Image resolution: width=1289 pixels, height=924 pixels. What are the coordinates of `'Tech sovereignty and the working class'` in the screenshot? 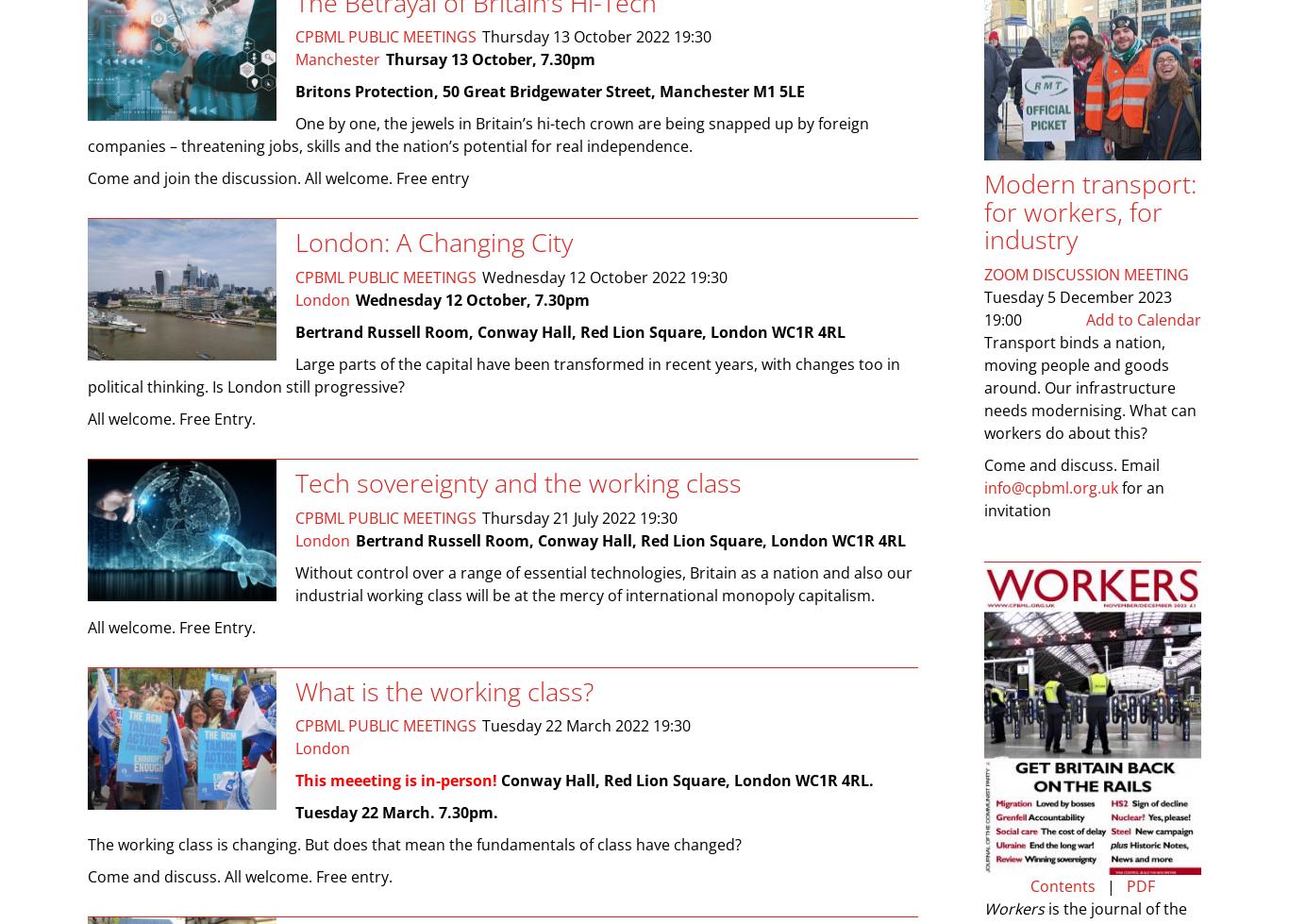 It's located at (518, 481).